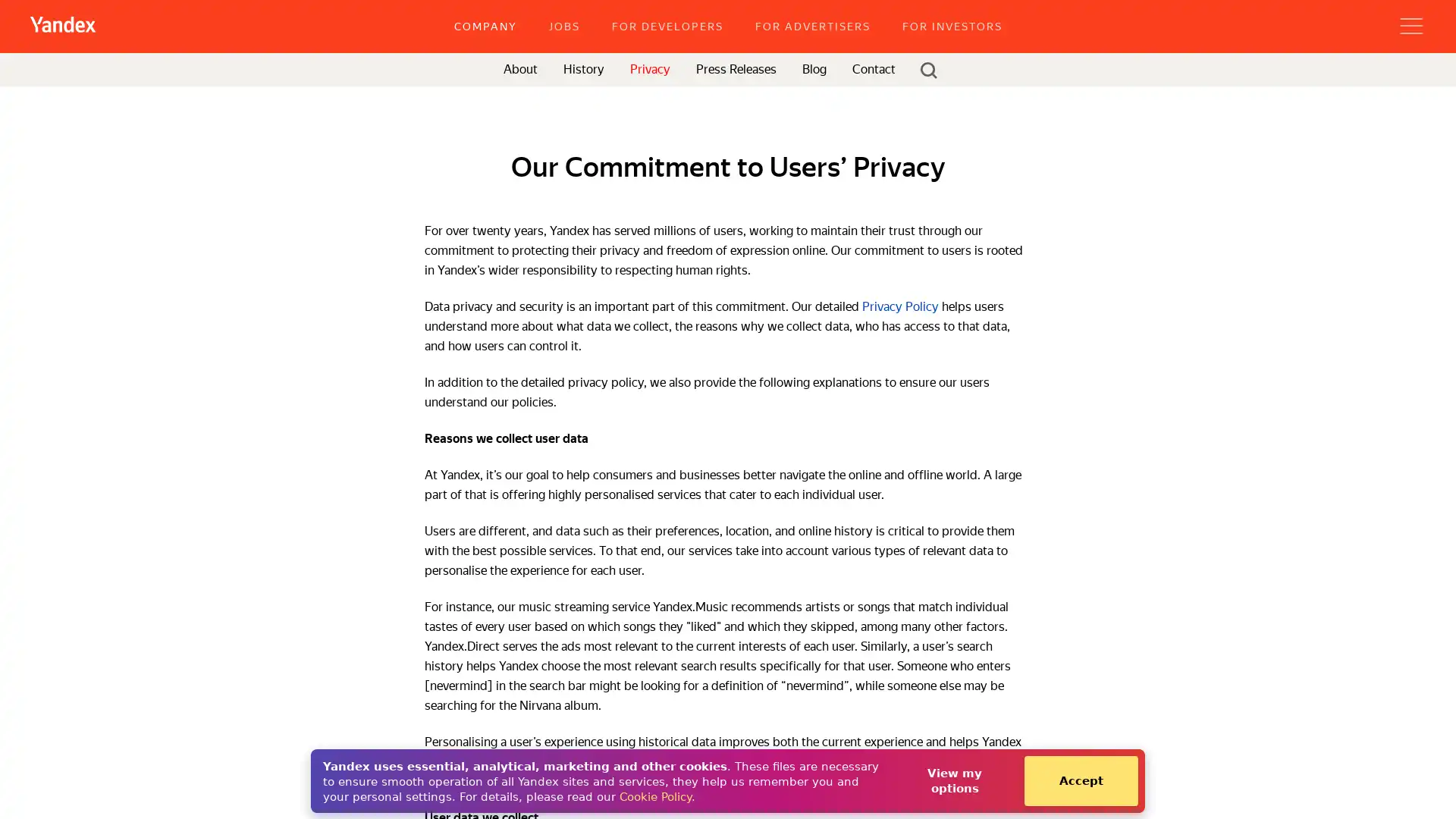 Image resolution: width=1456 pixels, height=819 pixels. What do you see at coordinates (1080, 780) in the screenshot?
I see `Accept` at bounding box center [1080, 780].